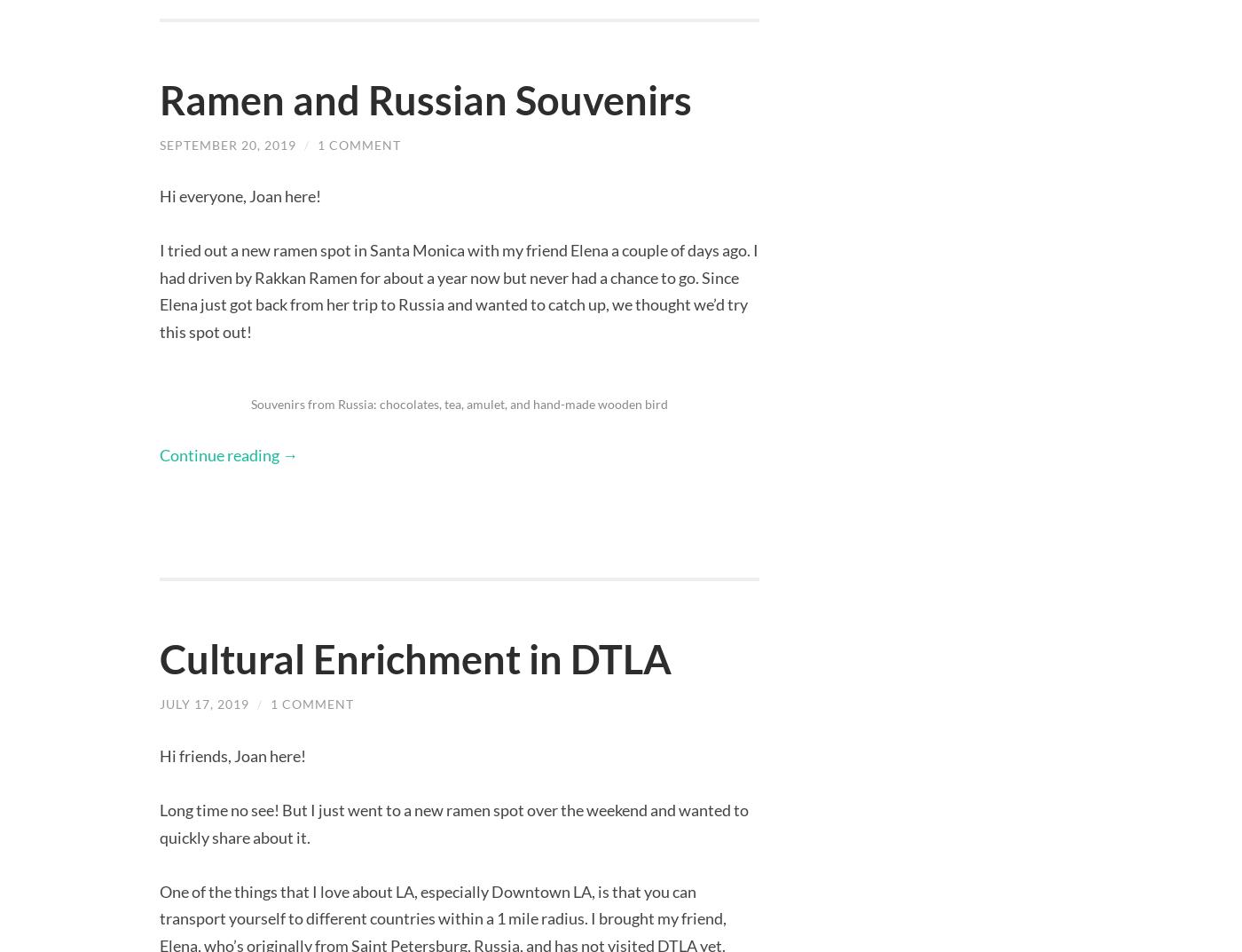 Image resolution: width=1242 pixels, height=952 pixels. I want to click on 'Ramen and Russian Souvenirs', so click(426, 99).